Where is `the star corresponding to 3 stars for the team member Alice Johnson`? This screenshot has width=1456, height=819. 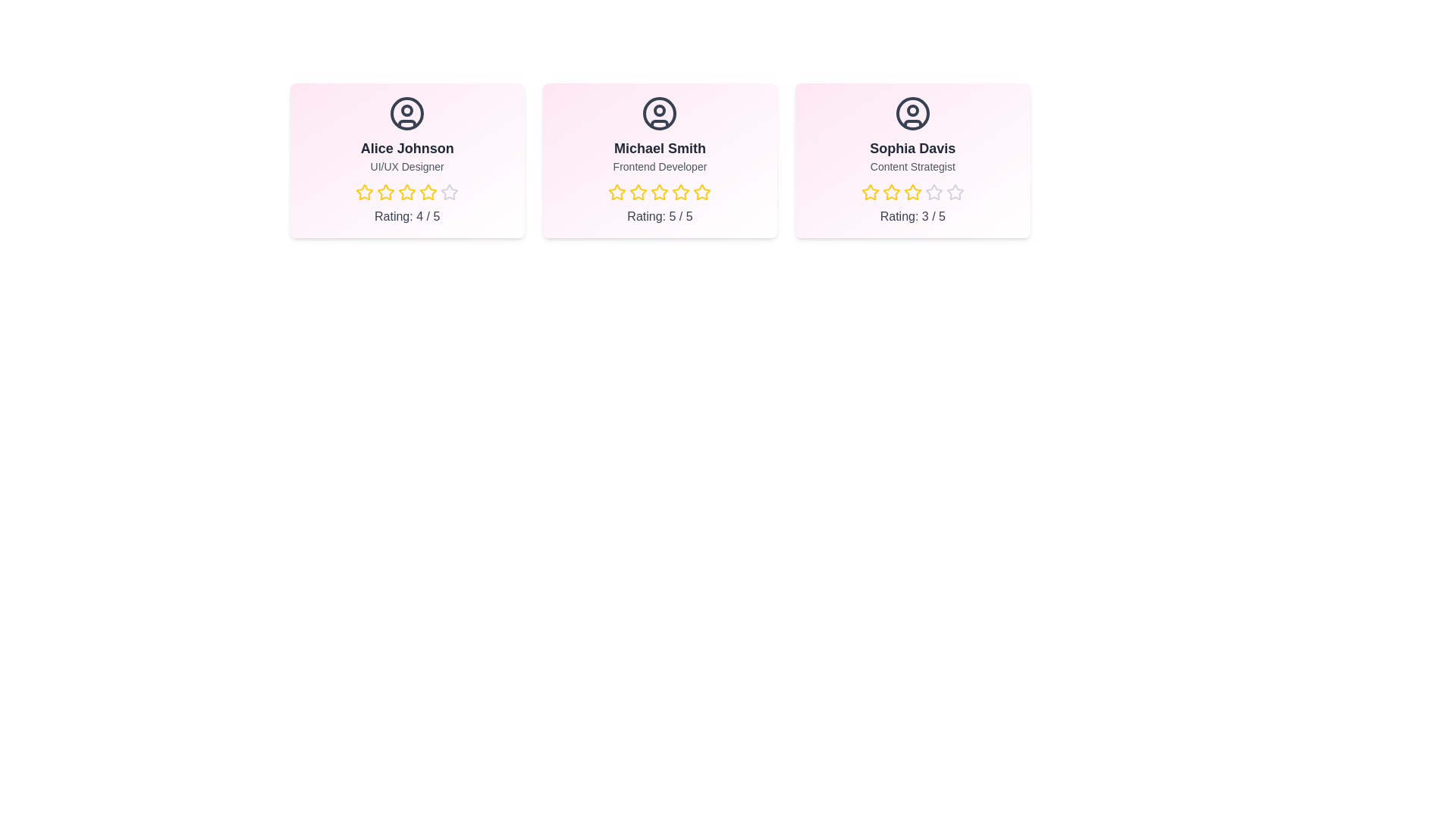
the star corresponding to 3 stars for the team member Alice Johnson is located at coordinates (407, 192).